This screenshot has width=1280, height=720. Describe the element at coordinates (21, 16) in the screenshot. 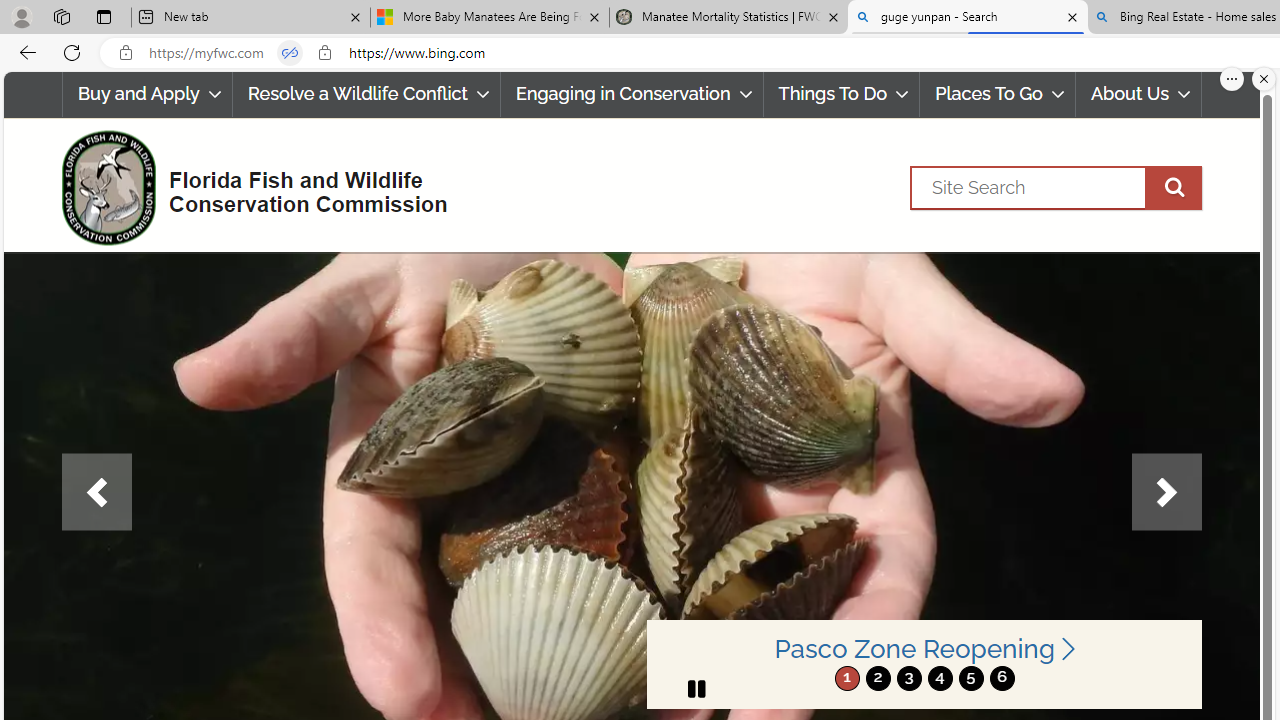

I see `'Personal Profile'` at that location.